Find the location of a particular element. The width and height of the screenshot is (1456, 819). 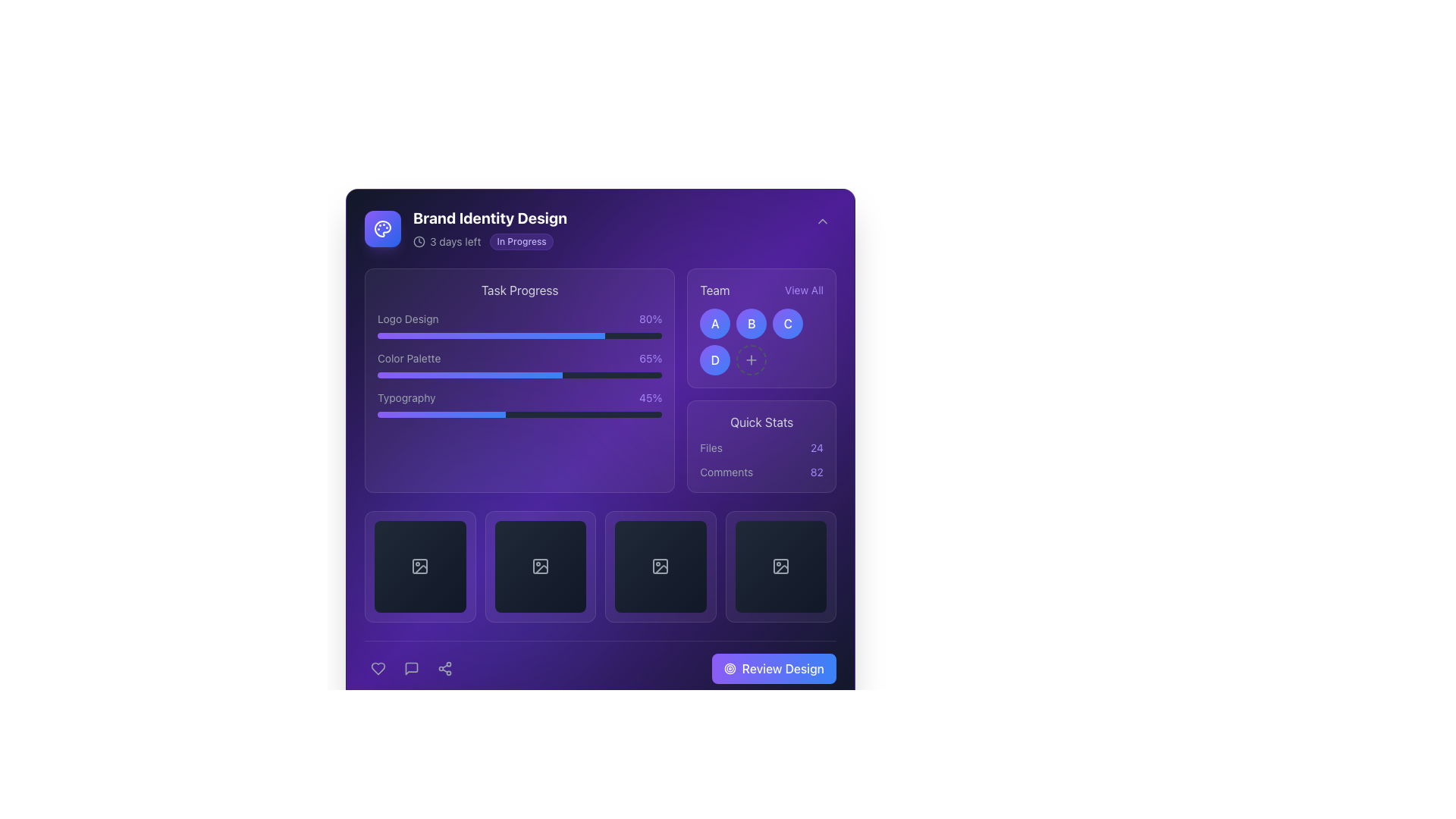

the progress bar indicating the task 'Color Palette', which shows that 65% of the task is completed, located in the 'Task Progress' section is located at coordinates (519, 365).